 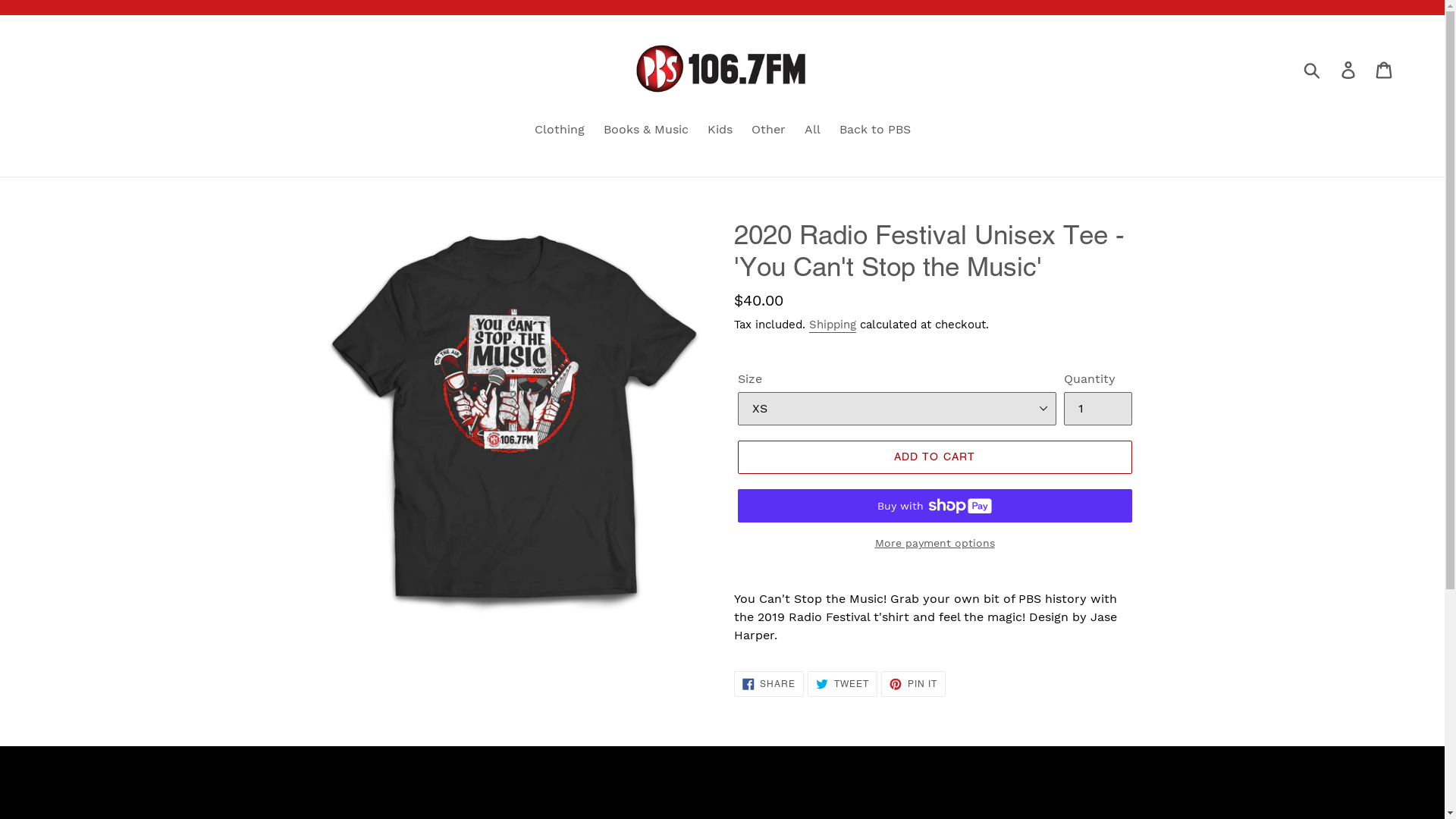 What do you see at coordinates (934, 542) in the screenshot?
I see `'More payment options'` at bounding box center [934, 542].